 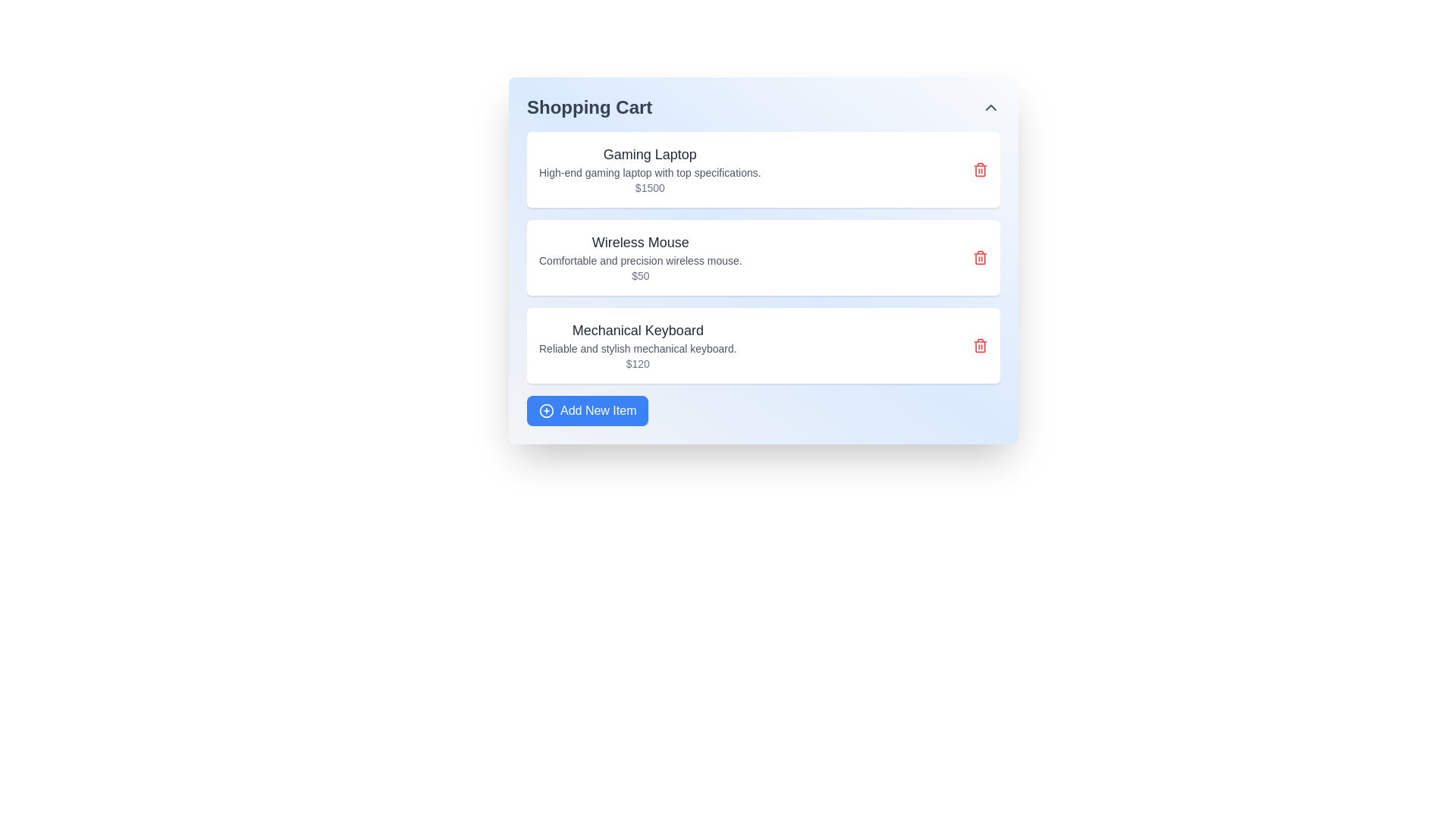 I want to click on the price text label indicating the 'Mechanical Keyboard' product, located below the description and near the bottom-right of the shopping cart interface, so click(x=638, y=363).